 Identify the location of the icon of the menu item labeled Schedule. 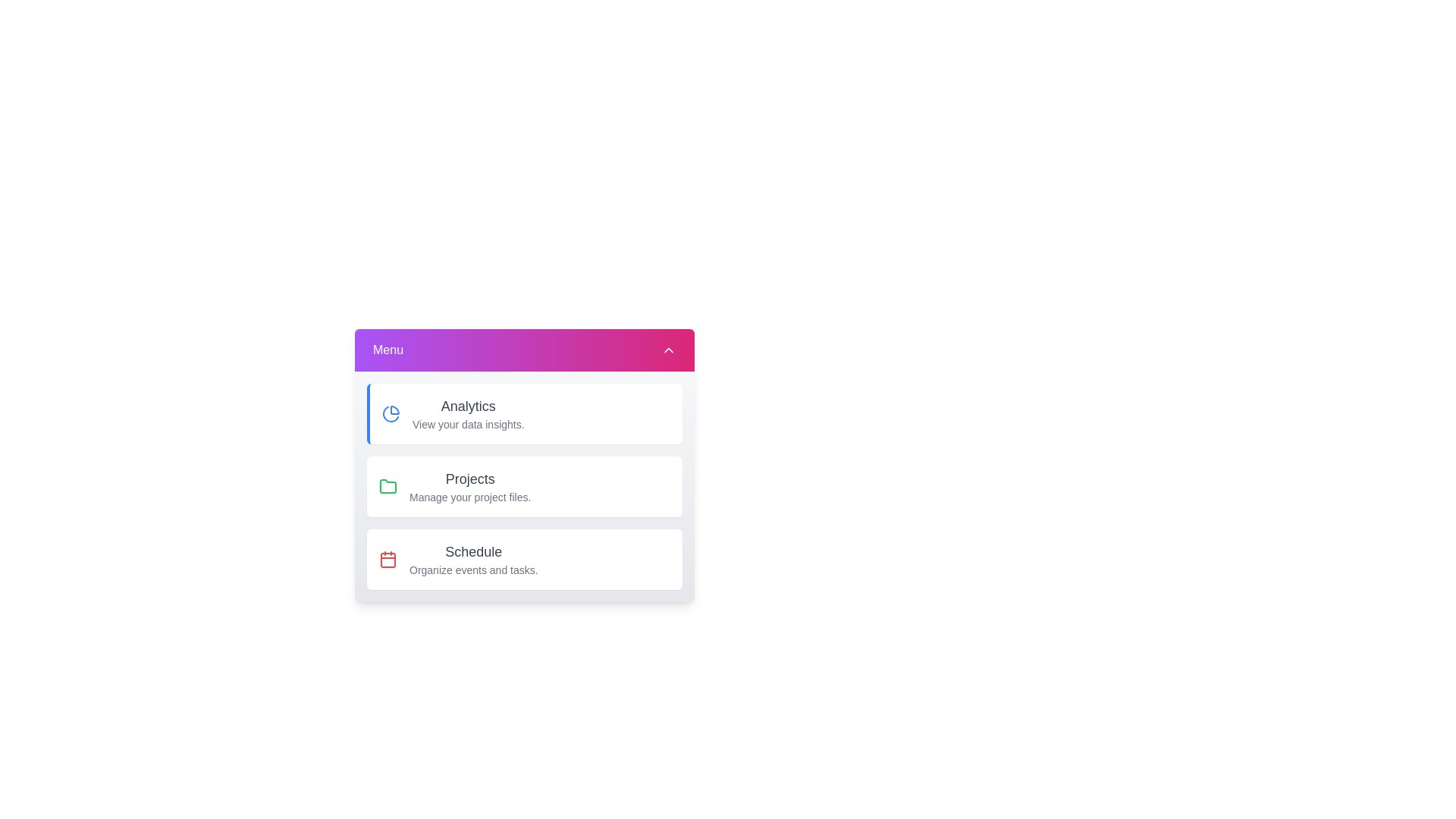
(388, 559).